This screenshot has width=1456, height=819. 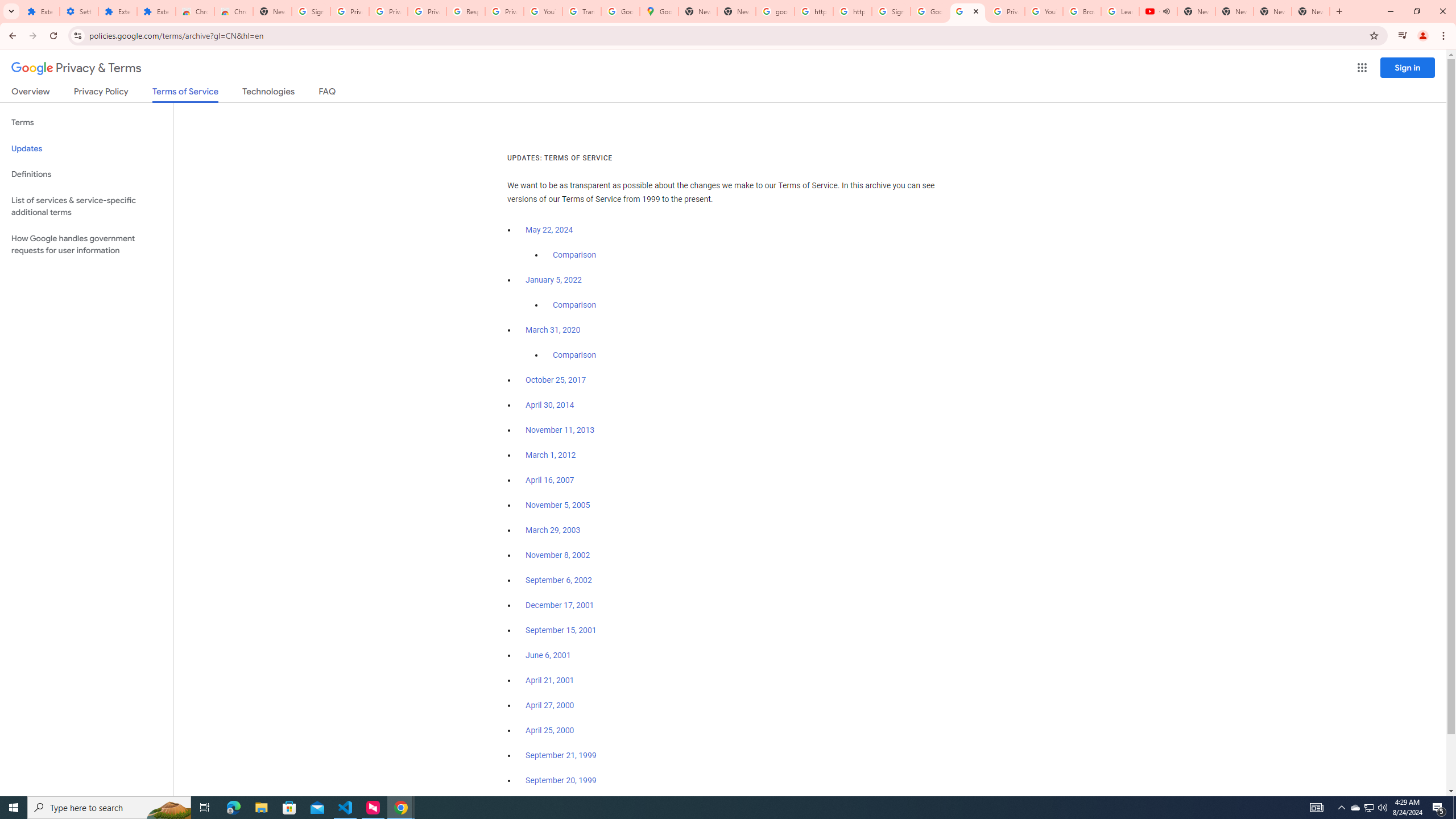 What do you see at coordinates (851, 11) in the screenshot?
I see `'https://scholar.google.com/'` at bounding box center [851, 11].